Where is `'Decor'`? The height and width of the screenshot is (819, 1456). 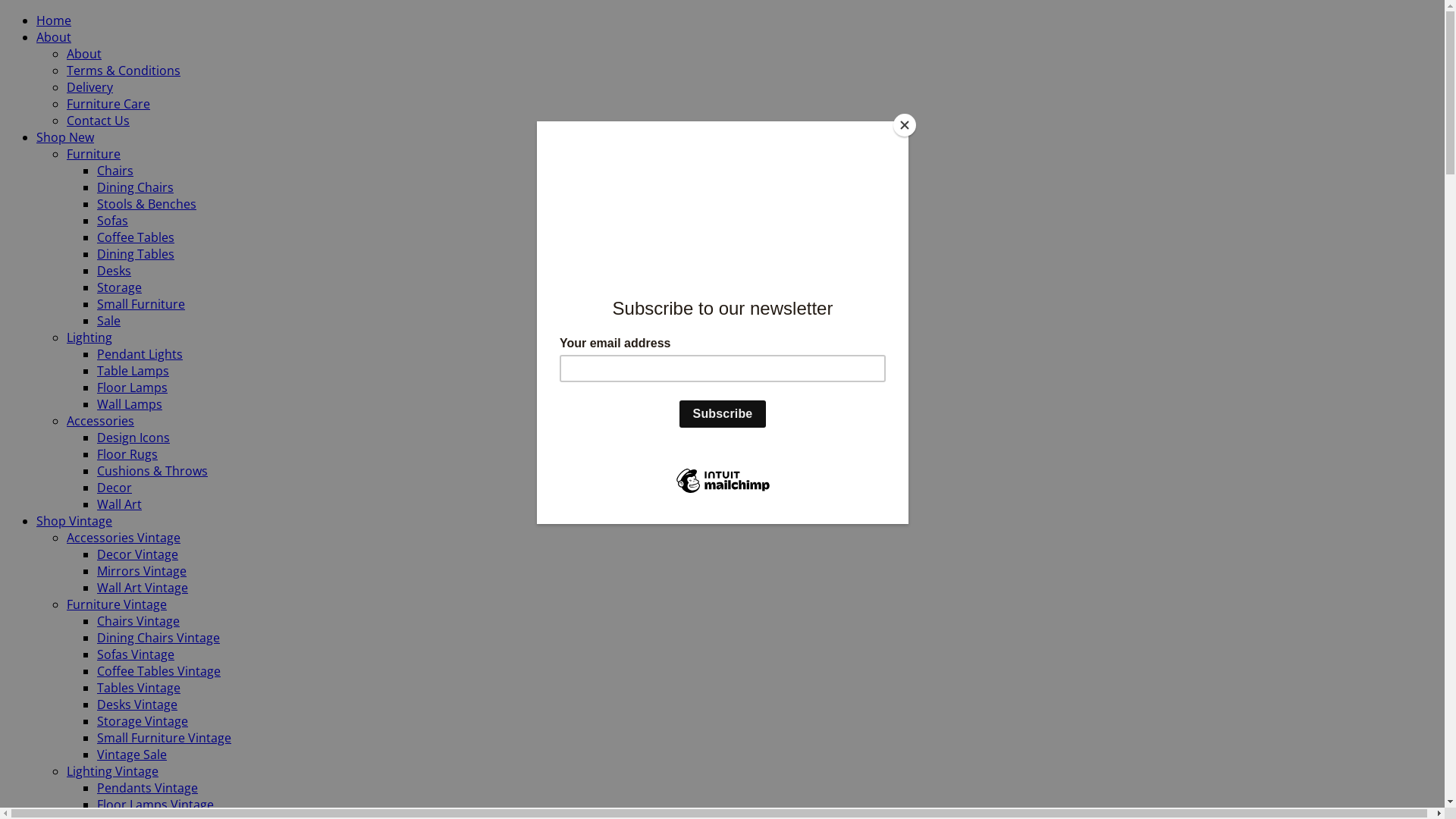 'Decor' is located at coordinates (113, 488).